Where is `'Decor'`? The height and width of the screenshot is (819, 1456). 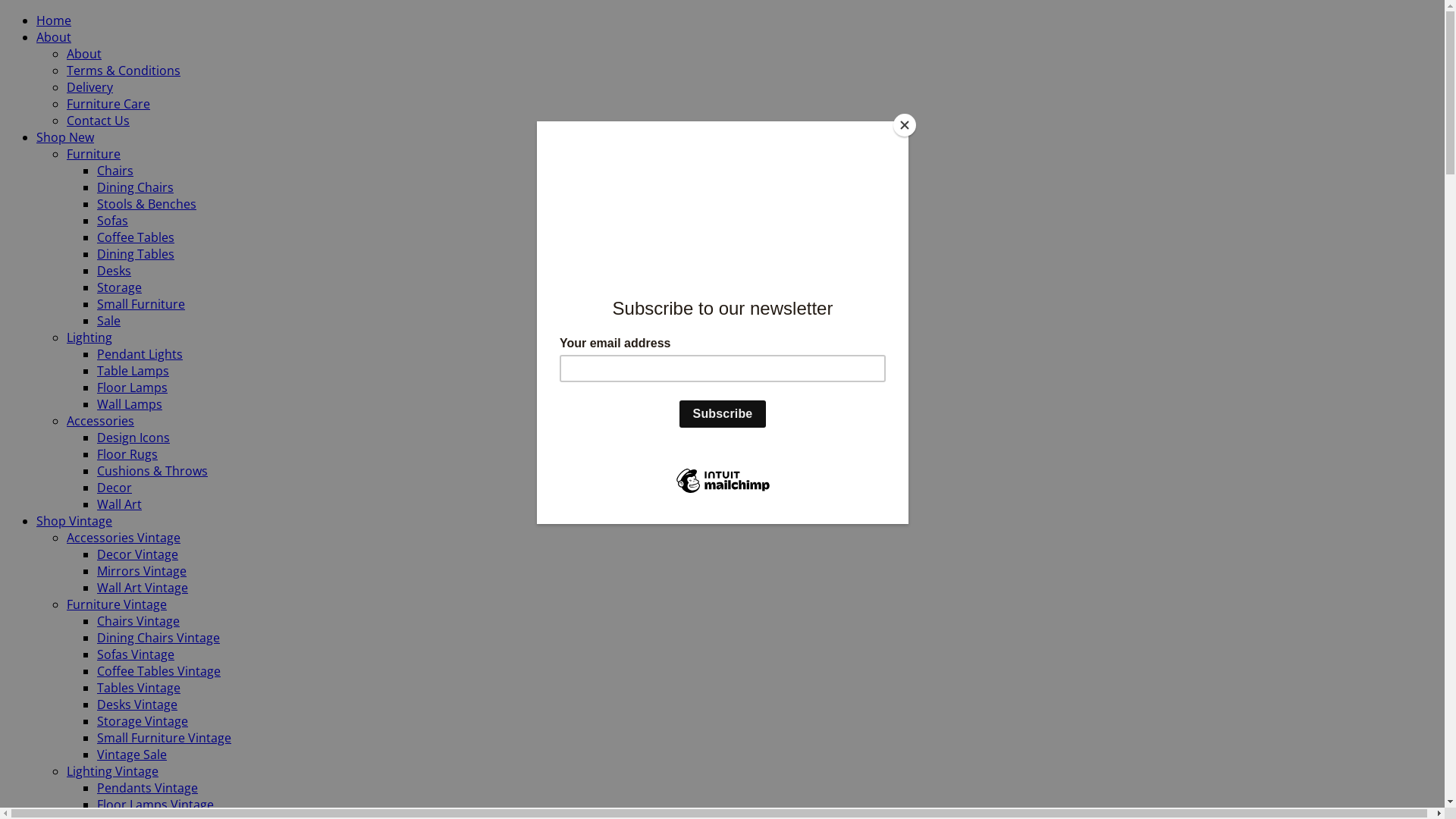 'Decor' is located at coordinates (113, 488).